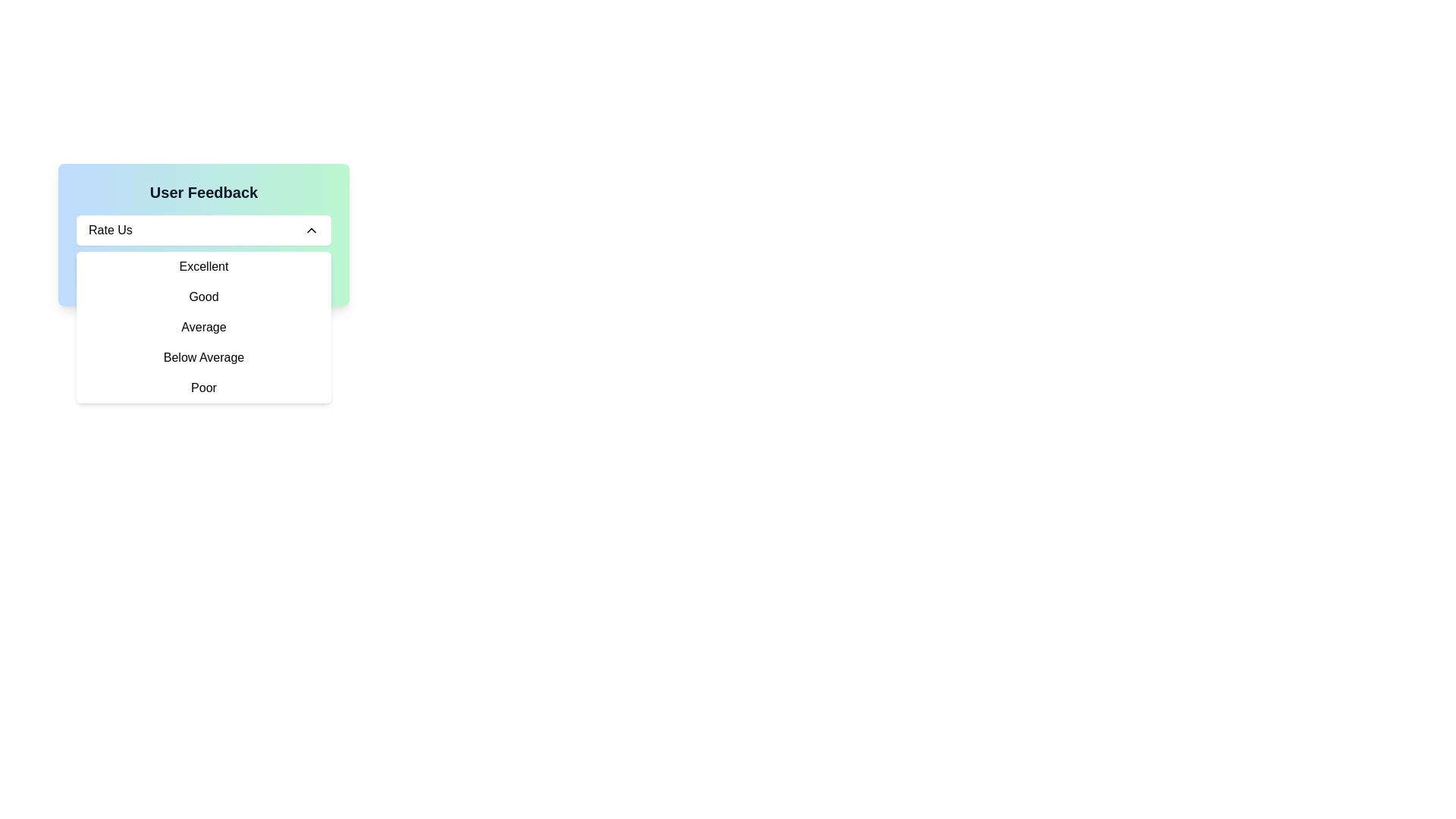 This screenshot has height=819, width=1456. What do you see at coordinates (202, 327) in the screenshot?
I see `the 'Average' option in the dropdown menu` at bounding box center [202, 327].